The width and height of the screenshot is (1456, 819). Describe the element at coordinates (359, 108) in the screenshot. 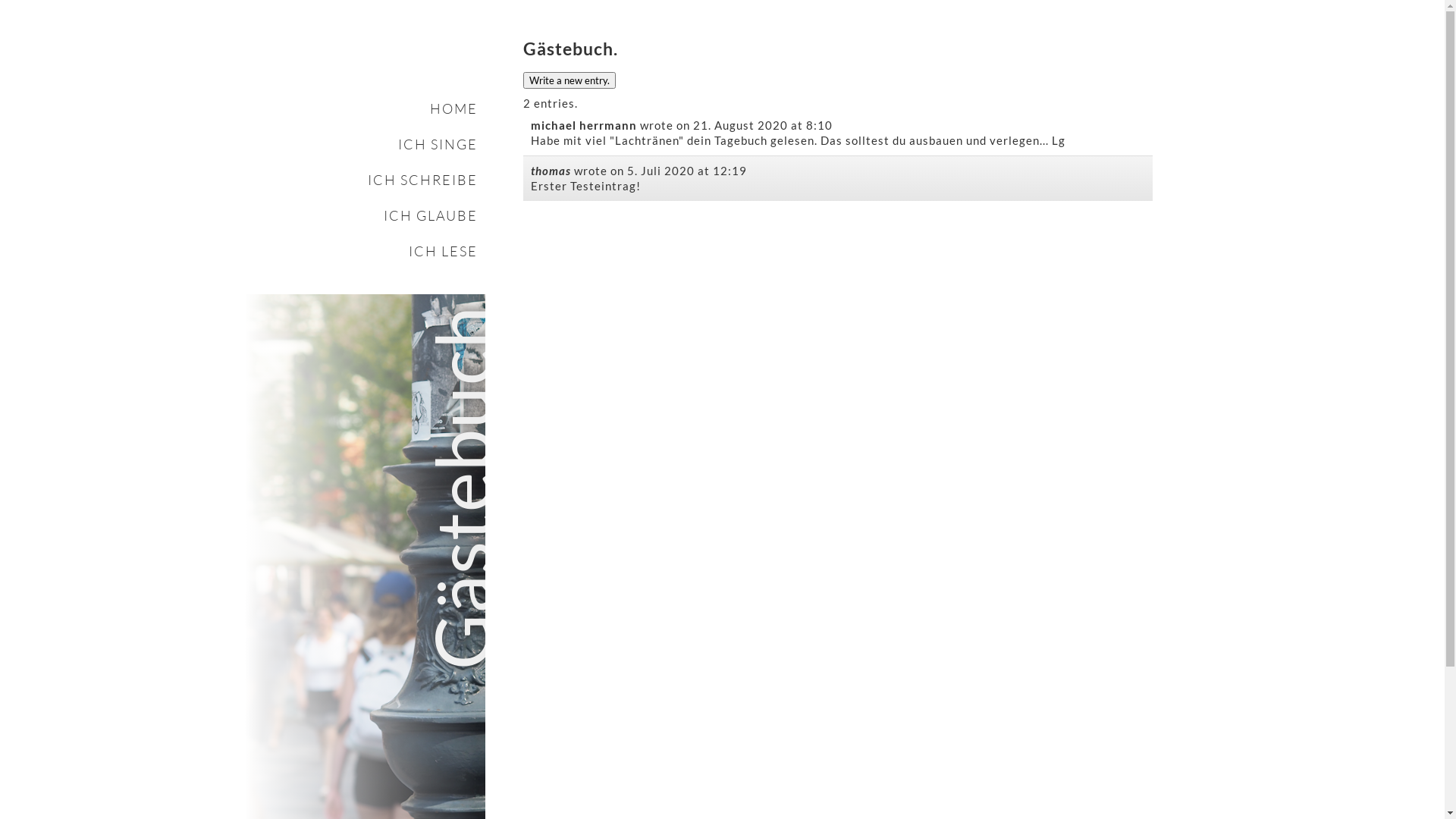

I see `'HOME'` at that location.